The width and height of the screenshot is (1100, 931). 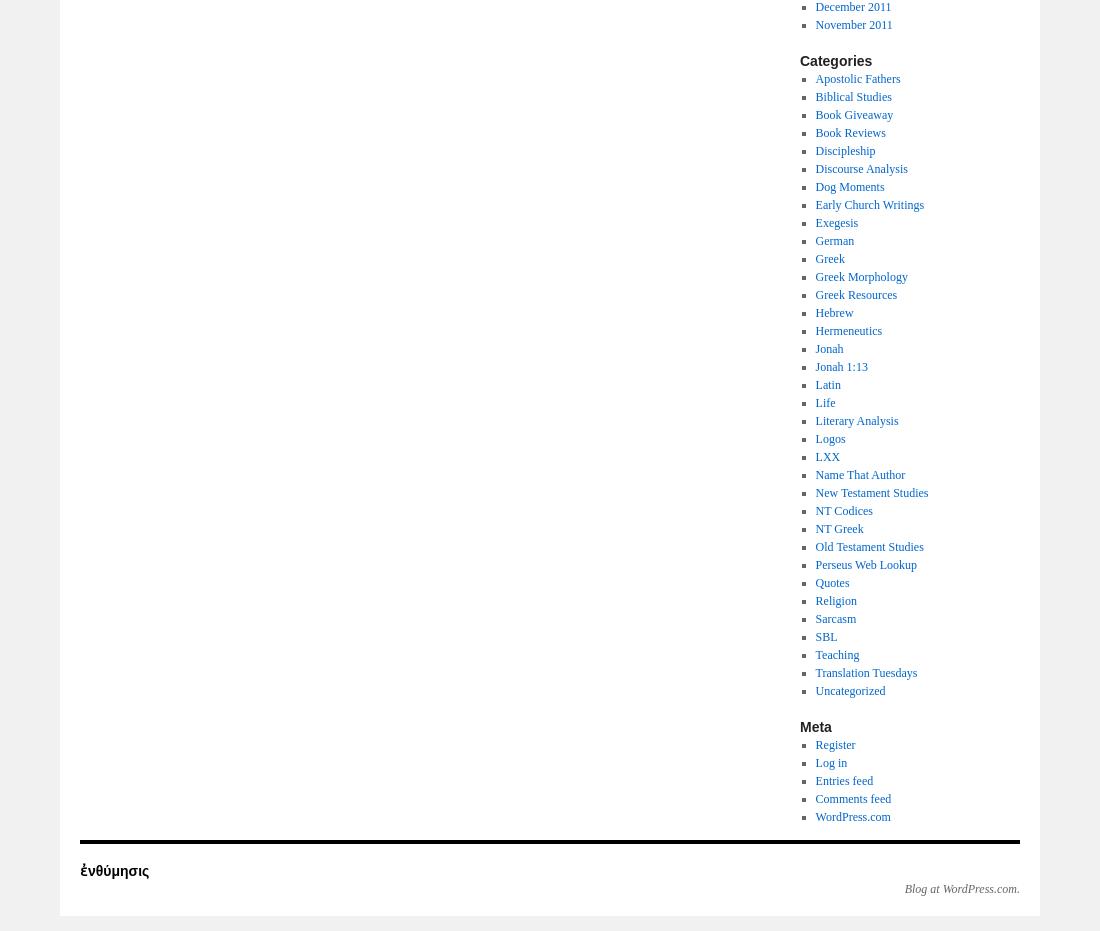 I want to click on 'Discipleship', so click(x=844, y=150).